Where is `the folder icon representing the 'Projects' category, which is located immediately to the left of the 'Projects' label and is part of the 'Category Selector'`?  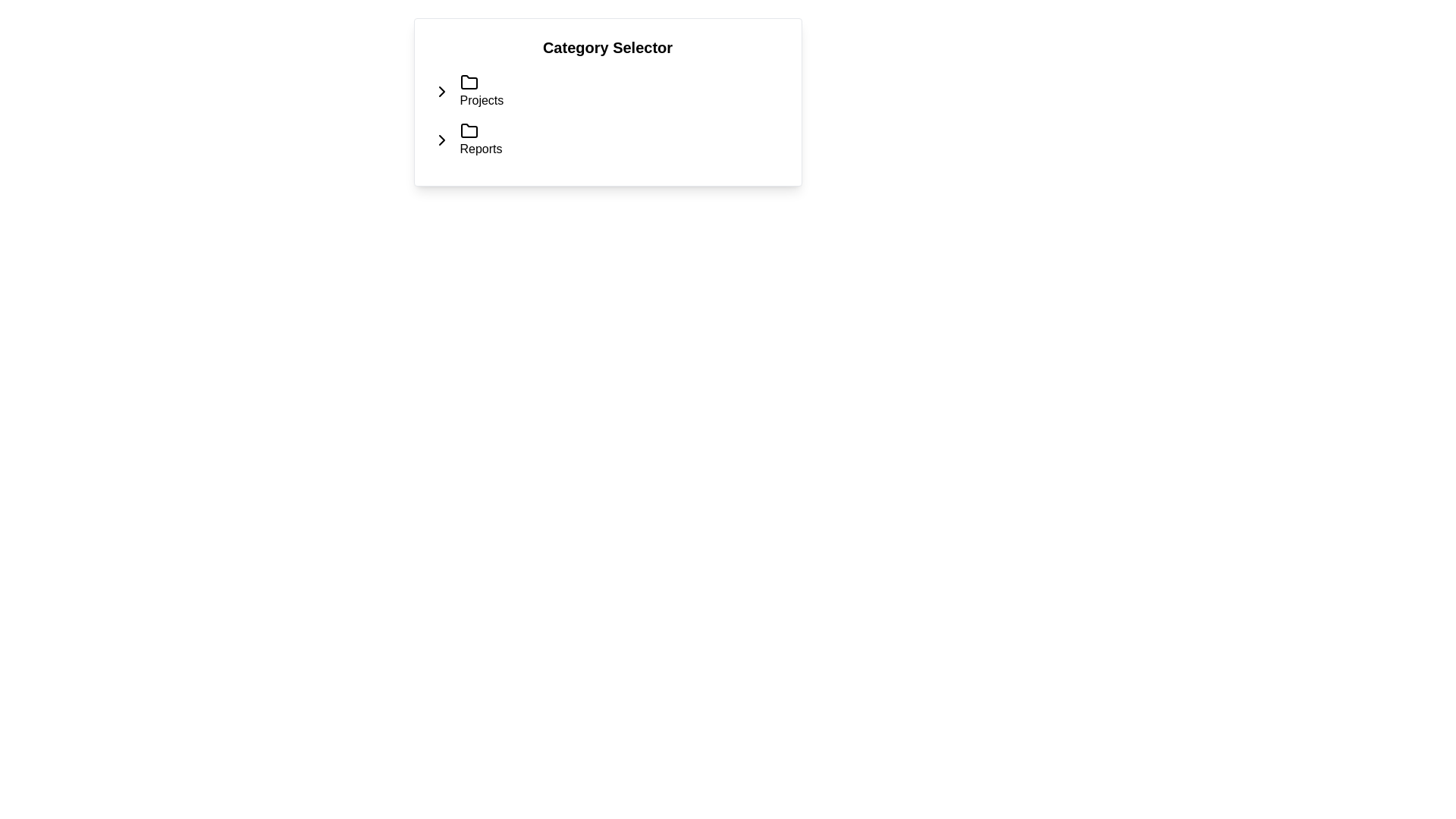
the folder icon representing the 'Projects' category, which is located immediately to the left of the 'Projects' label and is part of the 'Category Selector' is located at coordinates (468, 82).